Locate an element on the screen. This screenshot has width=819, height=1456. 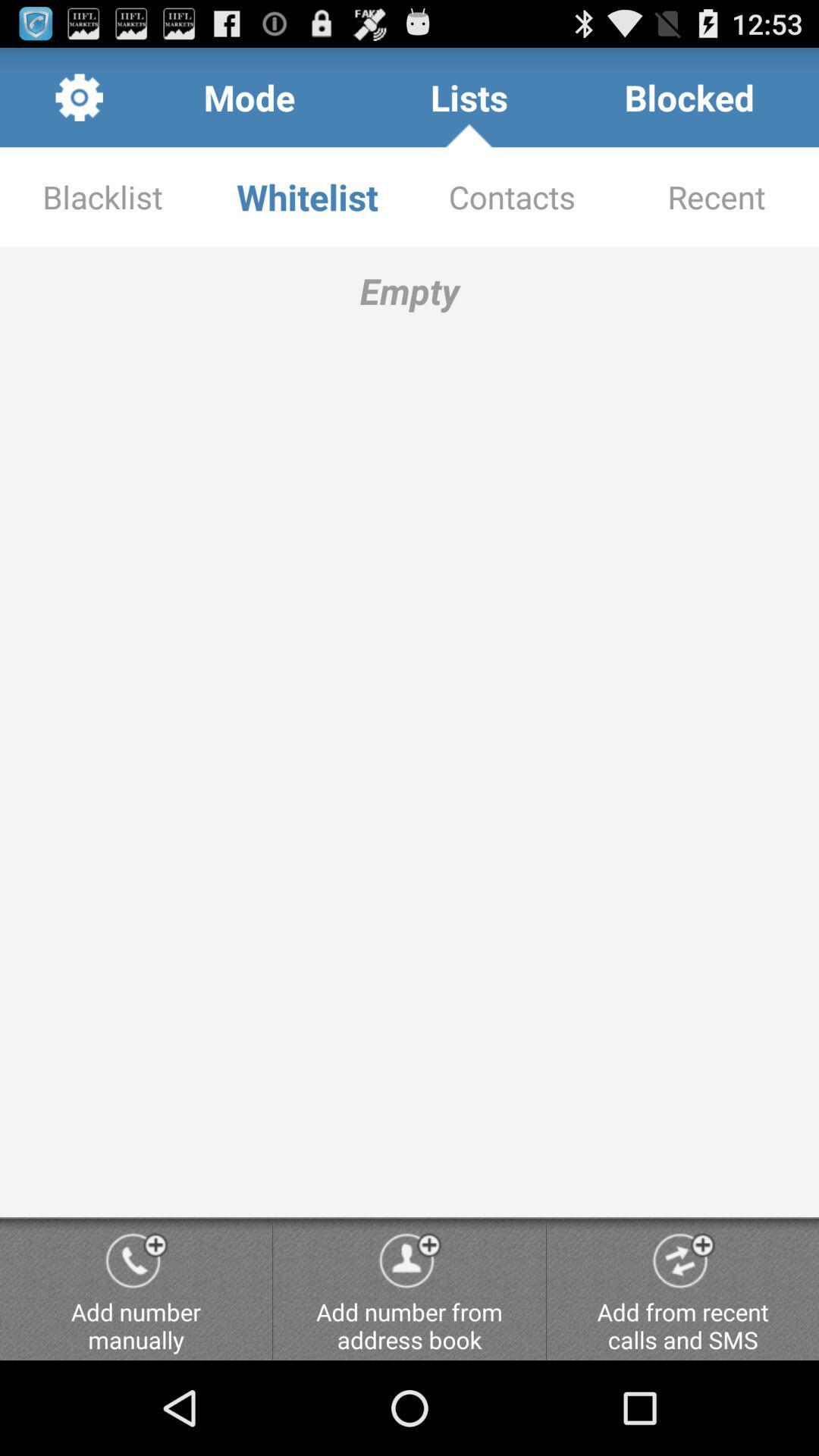
app next to the contacts item is located at coordinates (307, 196).